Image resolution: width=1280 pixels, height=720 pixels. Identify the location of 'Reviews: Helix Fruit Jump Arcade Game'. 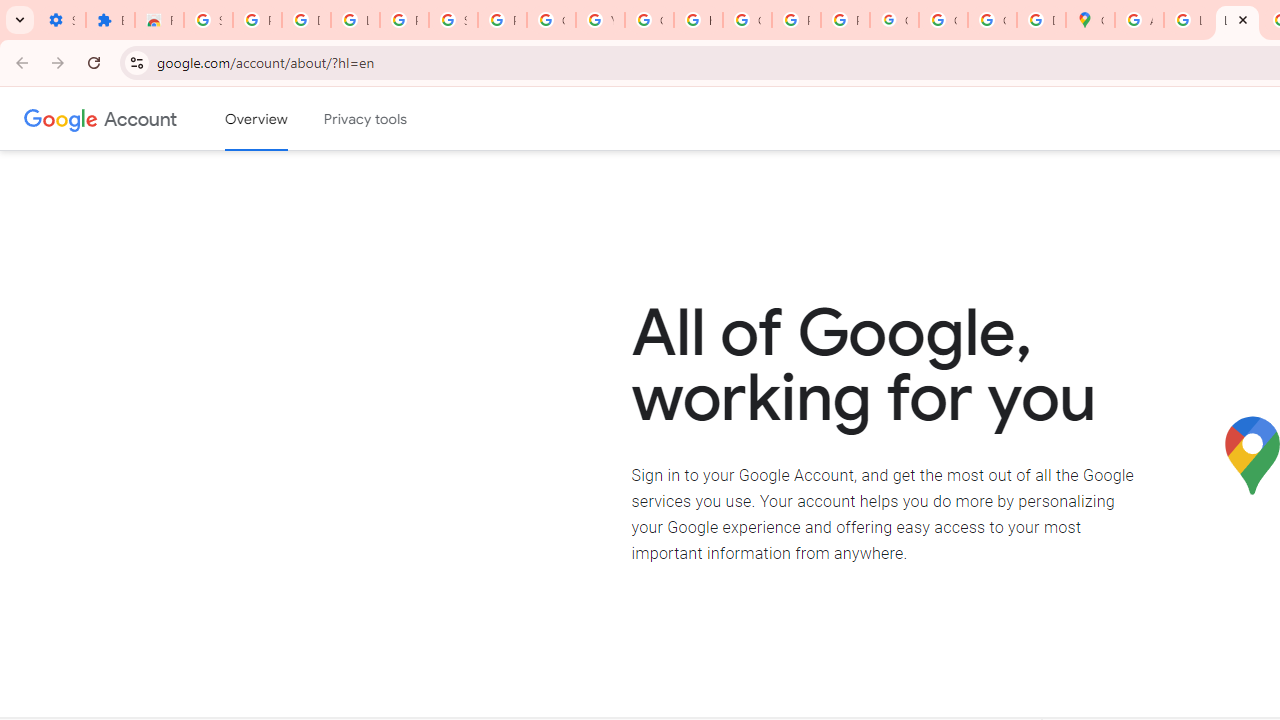
(158, 20).